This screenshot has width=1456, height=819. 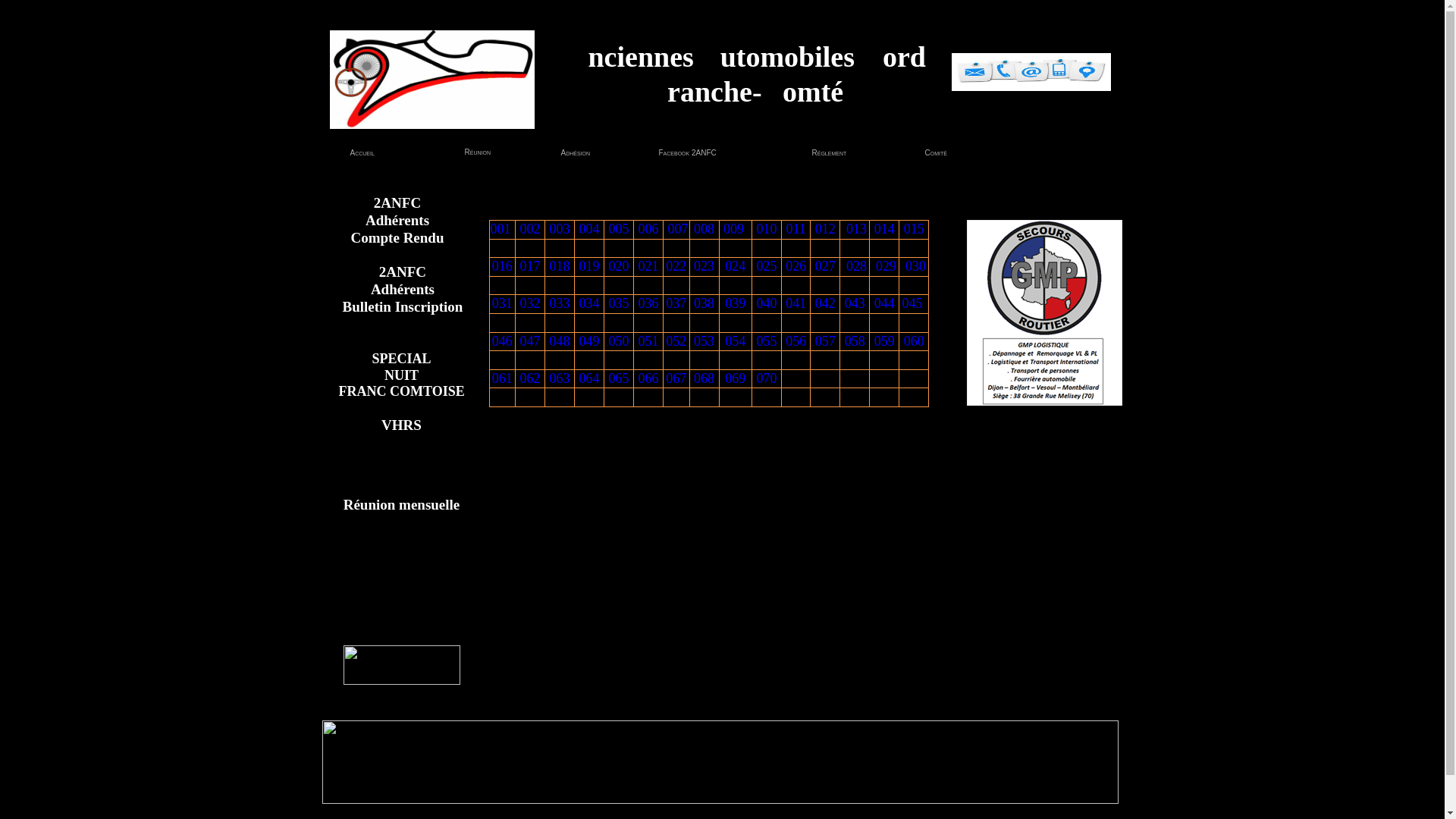 I want to click on '059', so click(x=874, y=341).